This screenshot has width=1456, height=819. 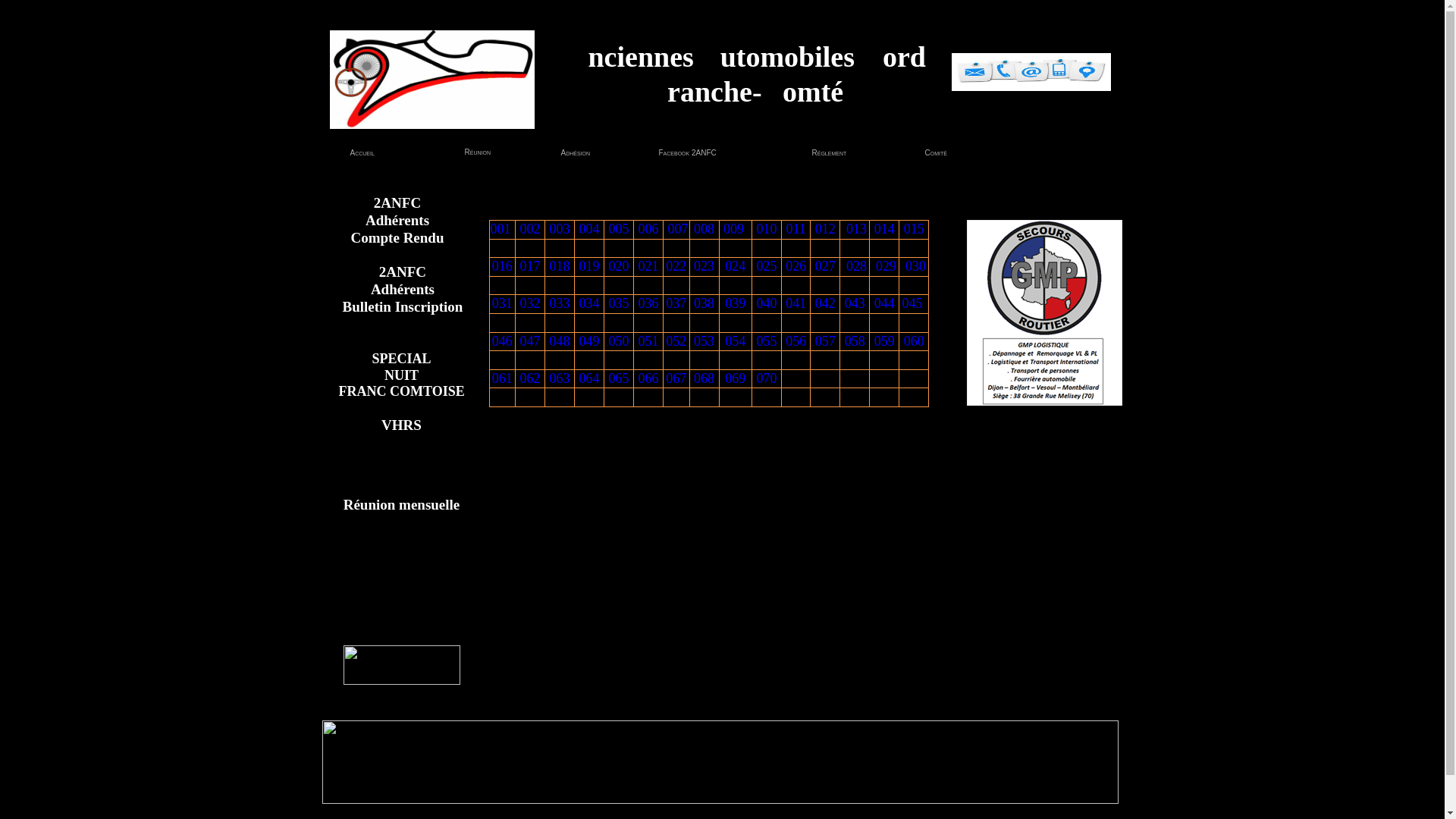 I want to click on '059', so click(x=874, y=341).